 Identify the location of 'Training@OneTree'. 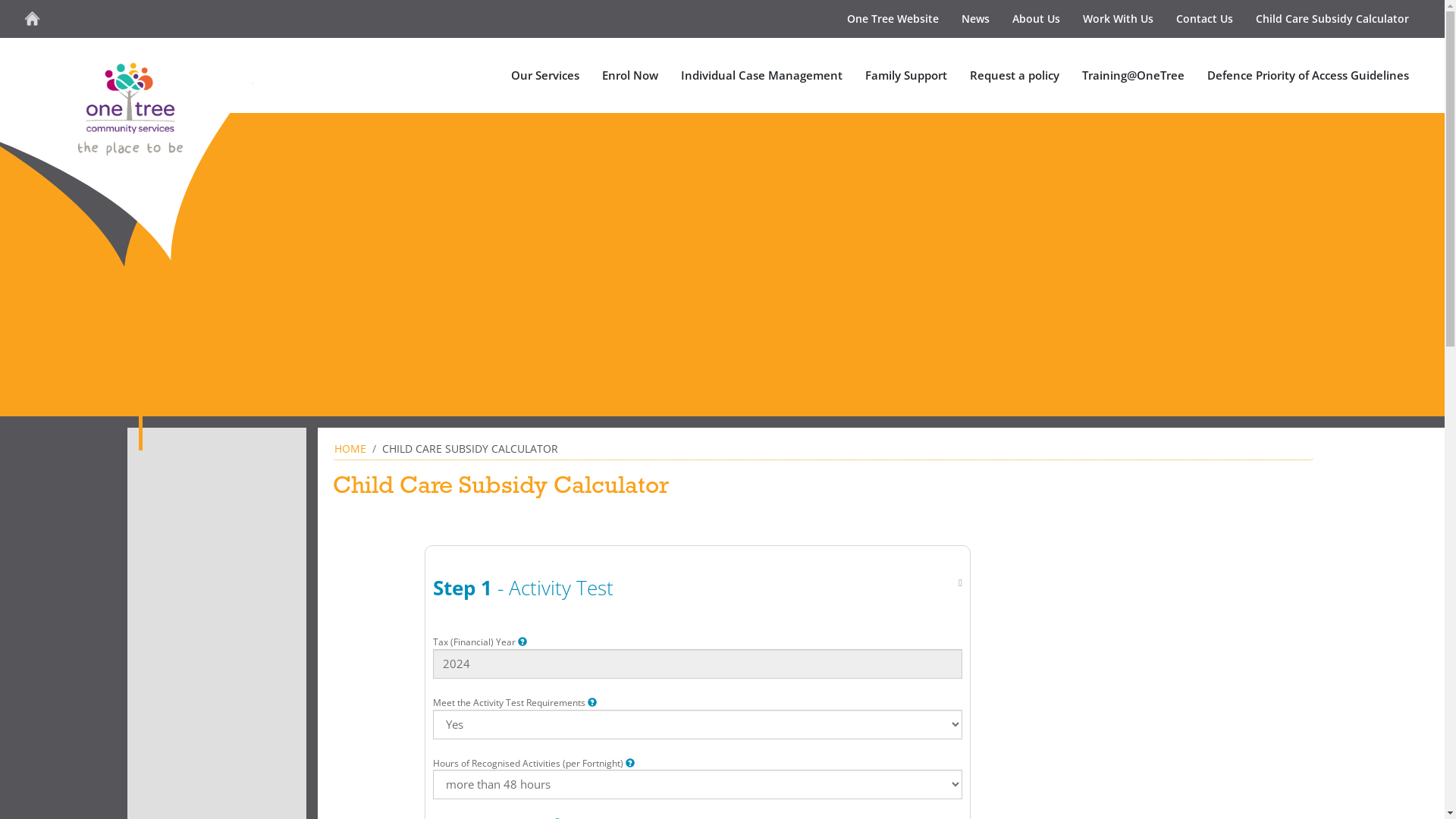
(1069, 75).